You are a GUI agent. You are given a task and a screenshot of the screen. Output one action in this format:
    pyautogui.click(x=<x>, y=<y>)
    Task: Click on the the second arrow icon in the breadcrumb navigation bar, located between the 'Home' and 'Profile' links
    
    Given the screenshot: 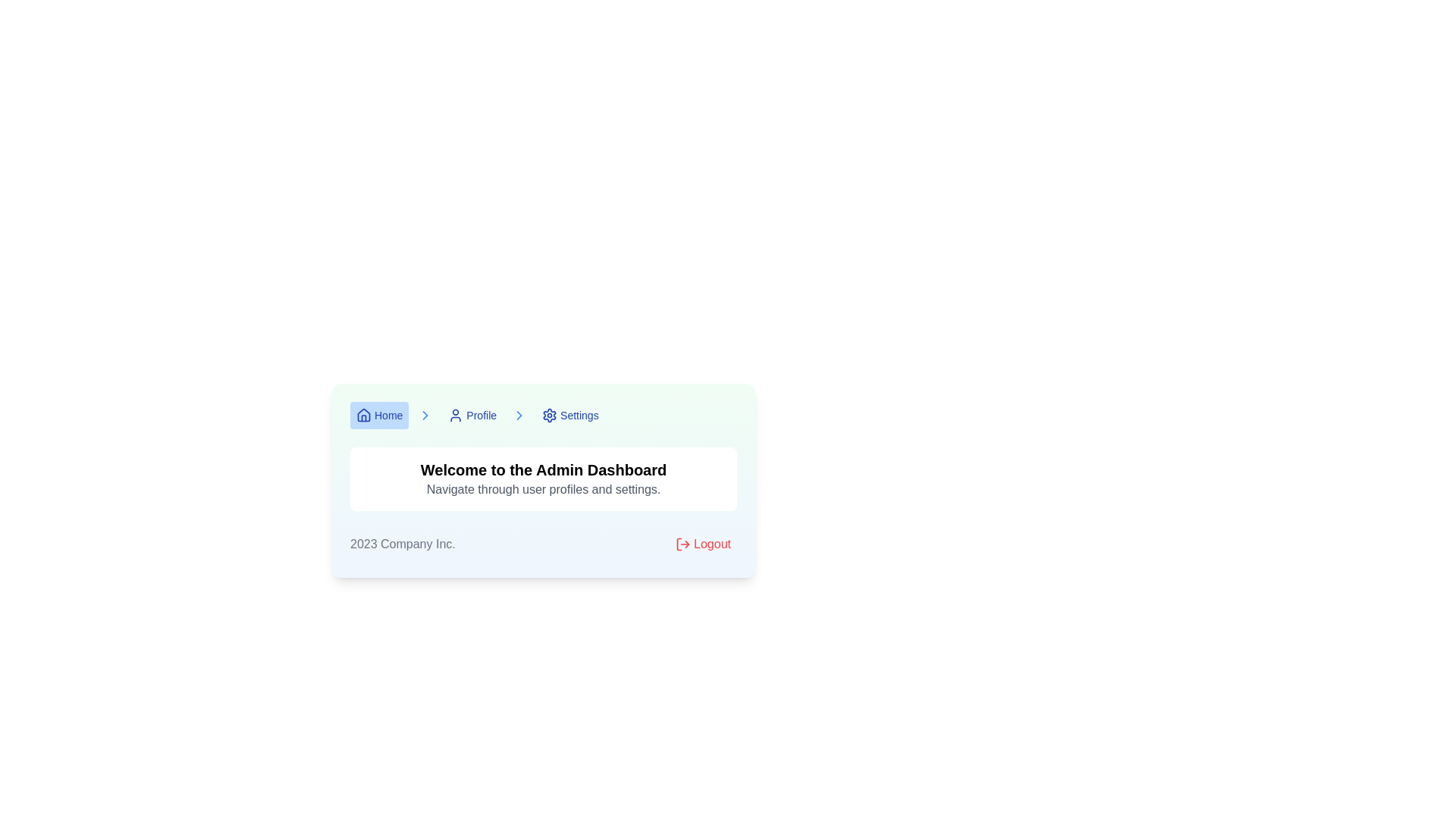 What is the action you would take?
    pyautogui.click(x=519, y=415)
    